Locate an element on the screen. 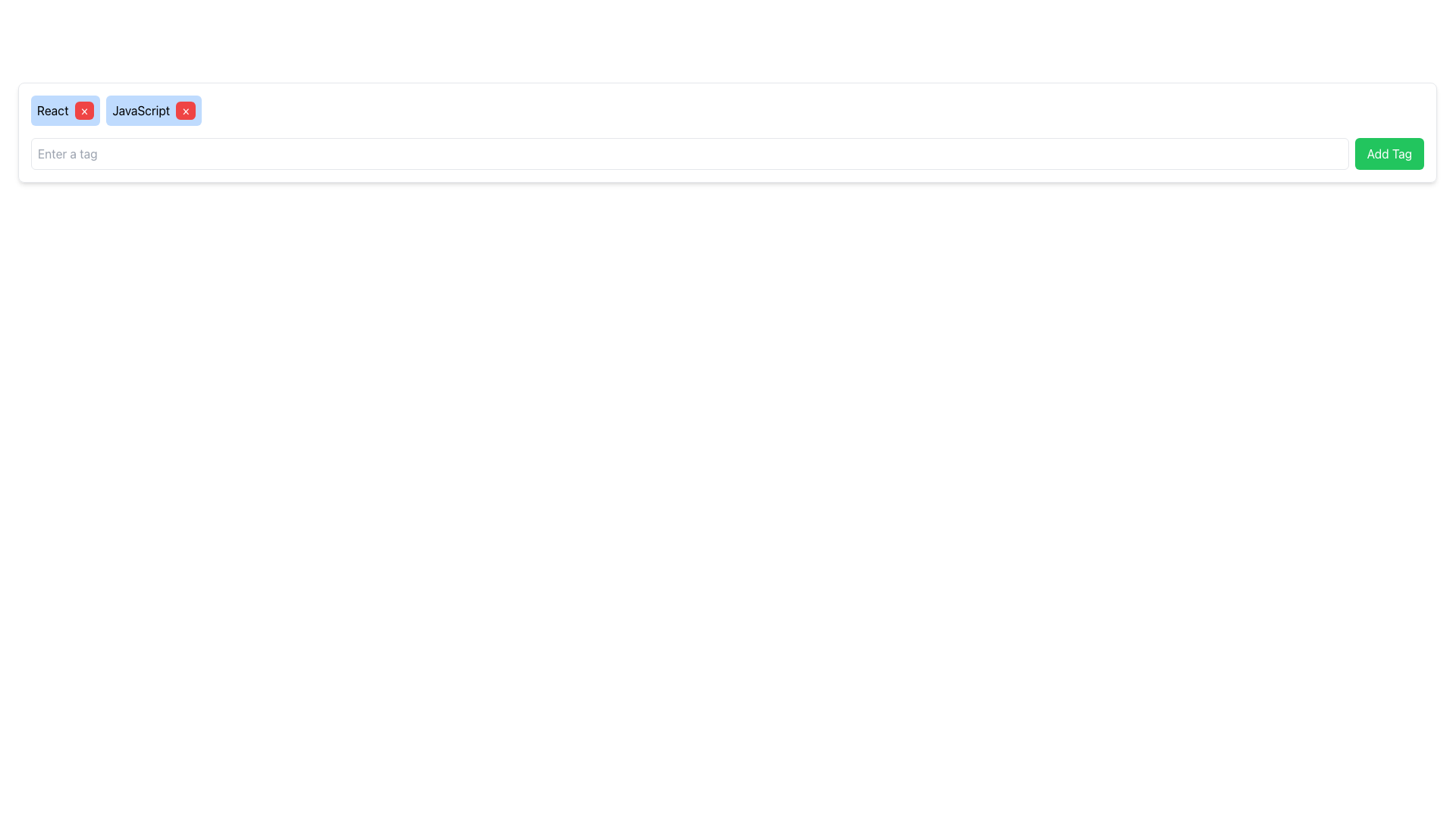  the 'JavaScript' tag label, which is part of a horizontal list of tags located near the top of the interface, positioned between the 'React' tag and a button labeled '×' is located at coordinates (141, 110).